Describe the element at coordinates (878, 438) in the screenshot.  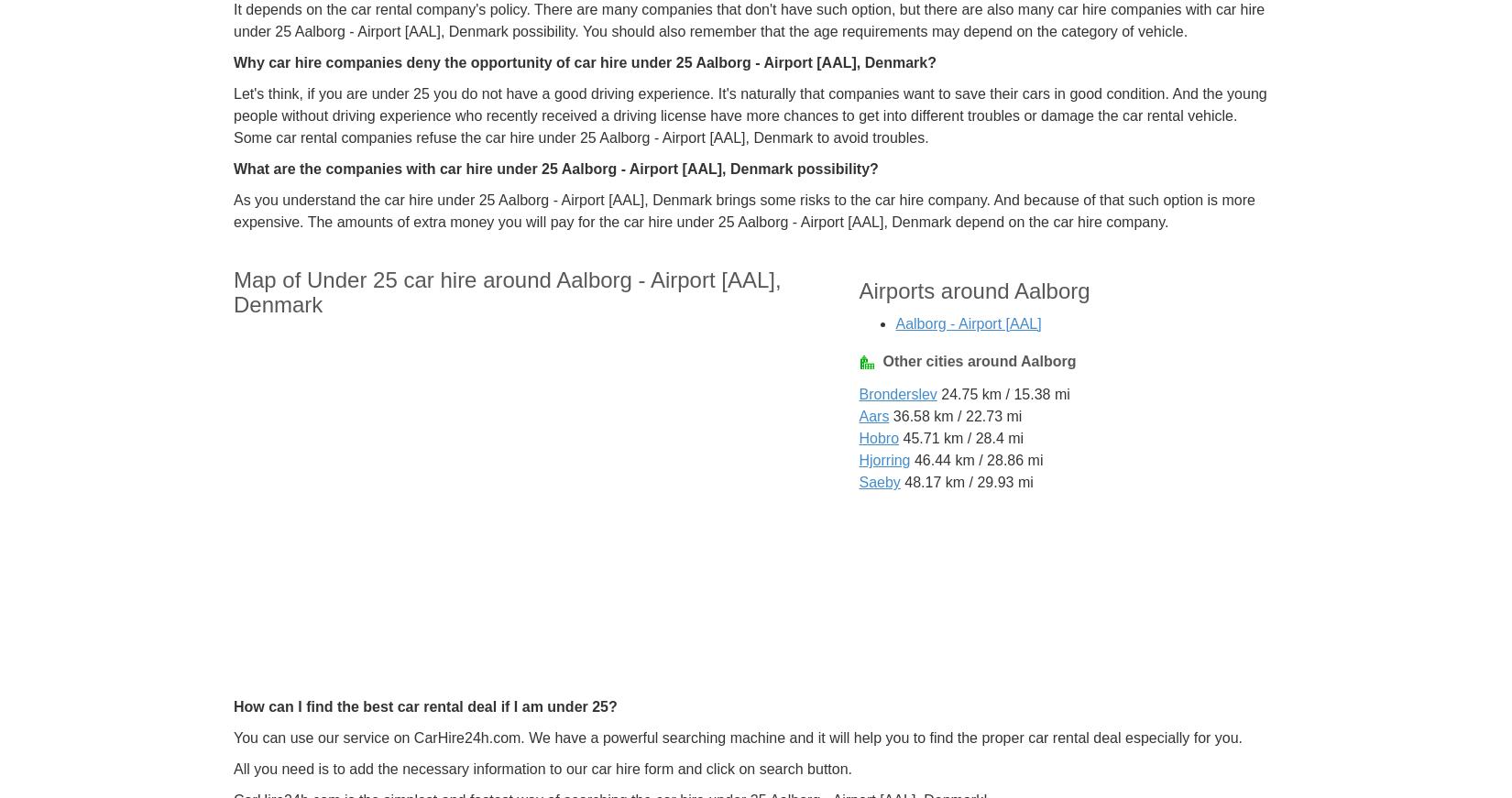
I see `'Hobro'` at that location.